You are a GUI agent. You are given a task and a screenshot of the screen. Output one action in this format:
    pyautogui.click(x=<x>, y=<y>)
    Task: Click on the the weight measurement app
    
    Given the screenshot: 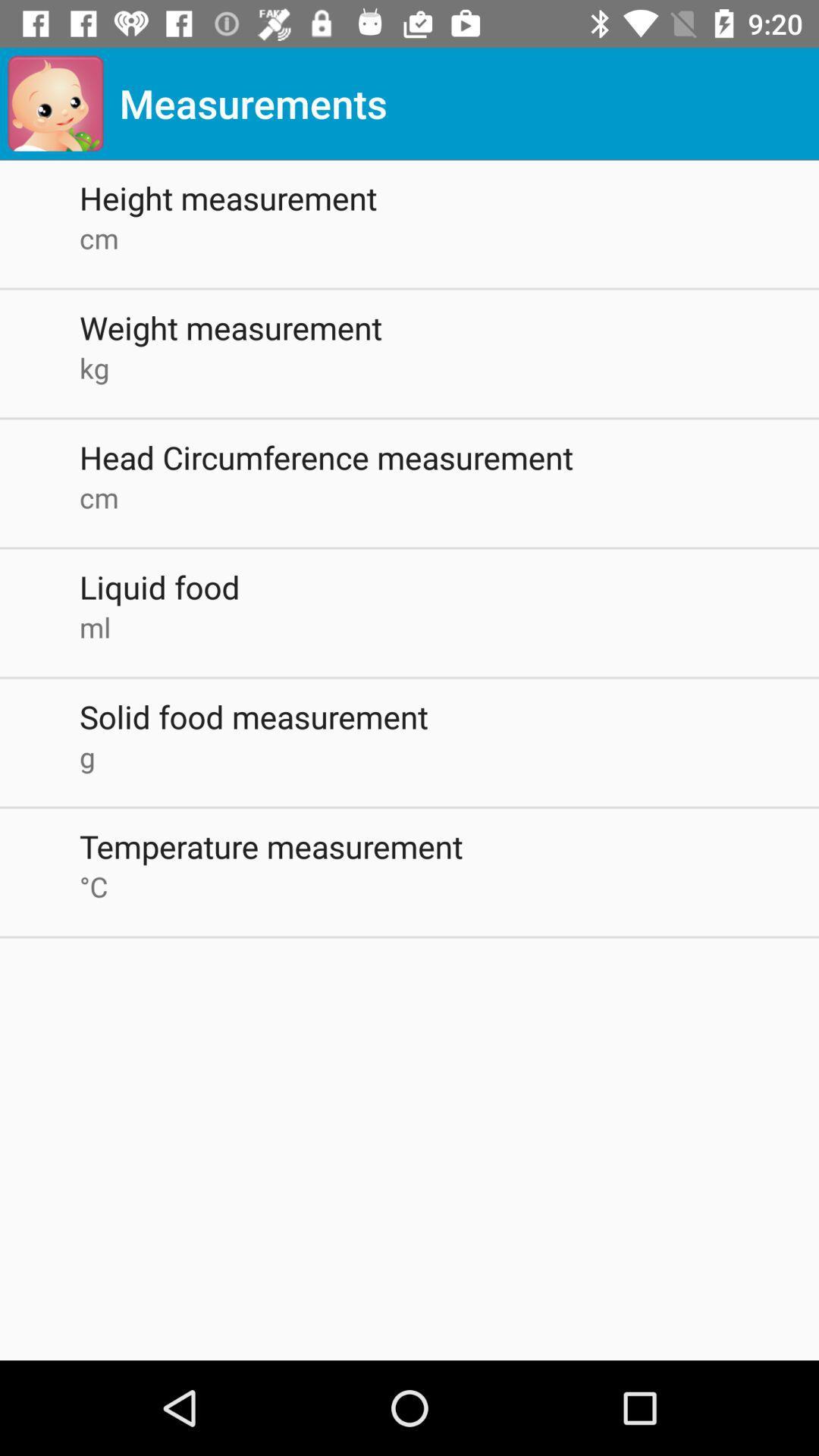 What is the action you would take?
    pyautogui.click(x=448, y=327)
    